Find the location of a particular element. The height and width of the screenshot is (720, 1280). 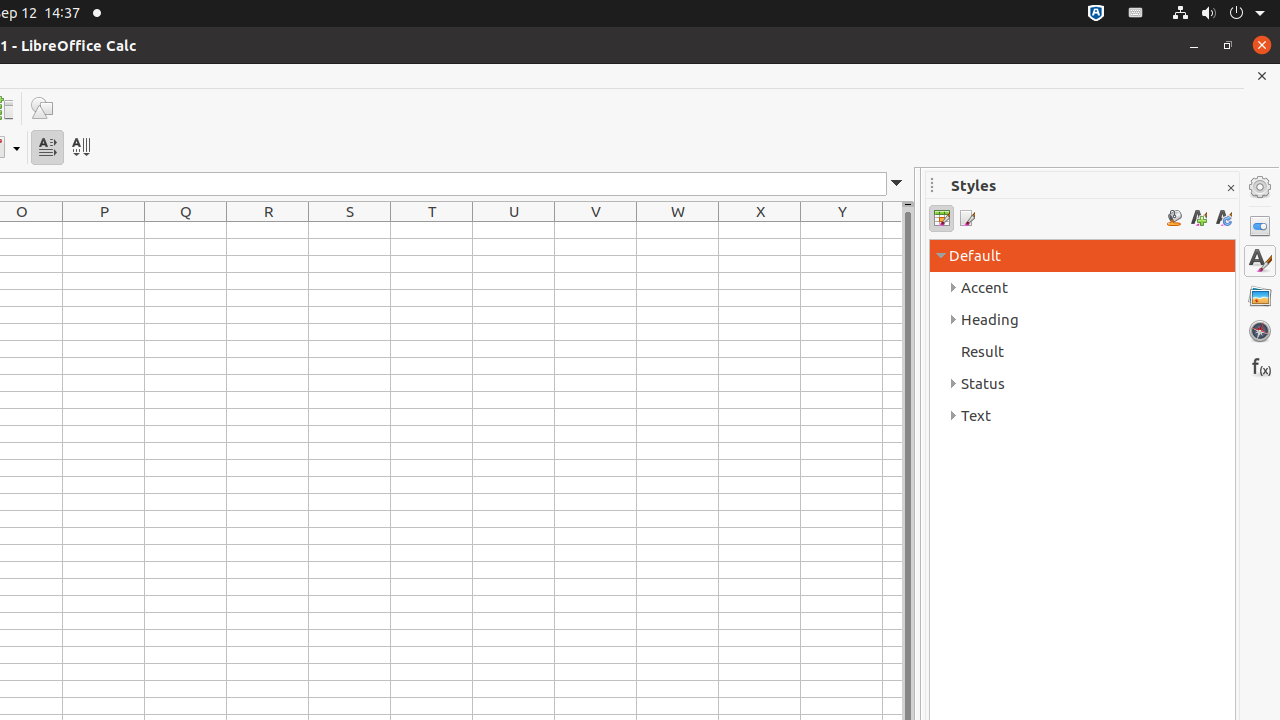

'Update Style' is located at coordinates (1222, 218).